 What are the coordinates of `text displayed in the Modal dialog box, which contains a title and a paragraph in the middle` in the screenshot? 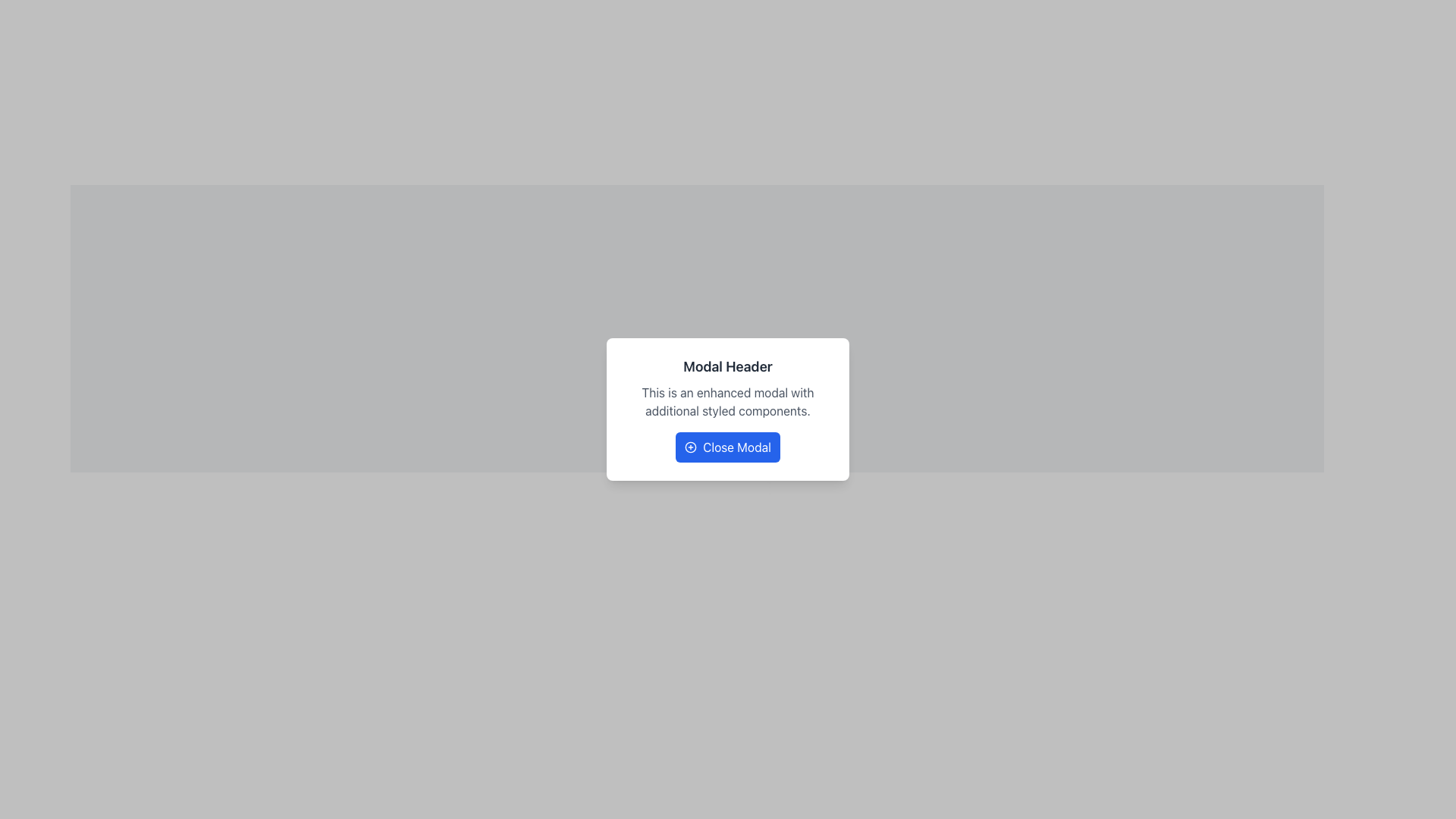 It's located at (728, 409).